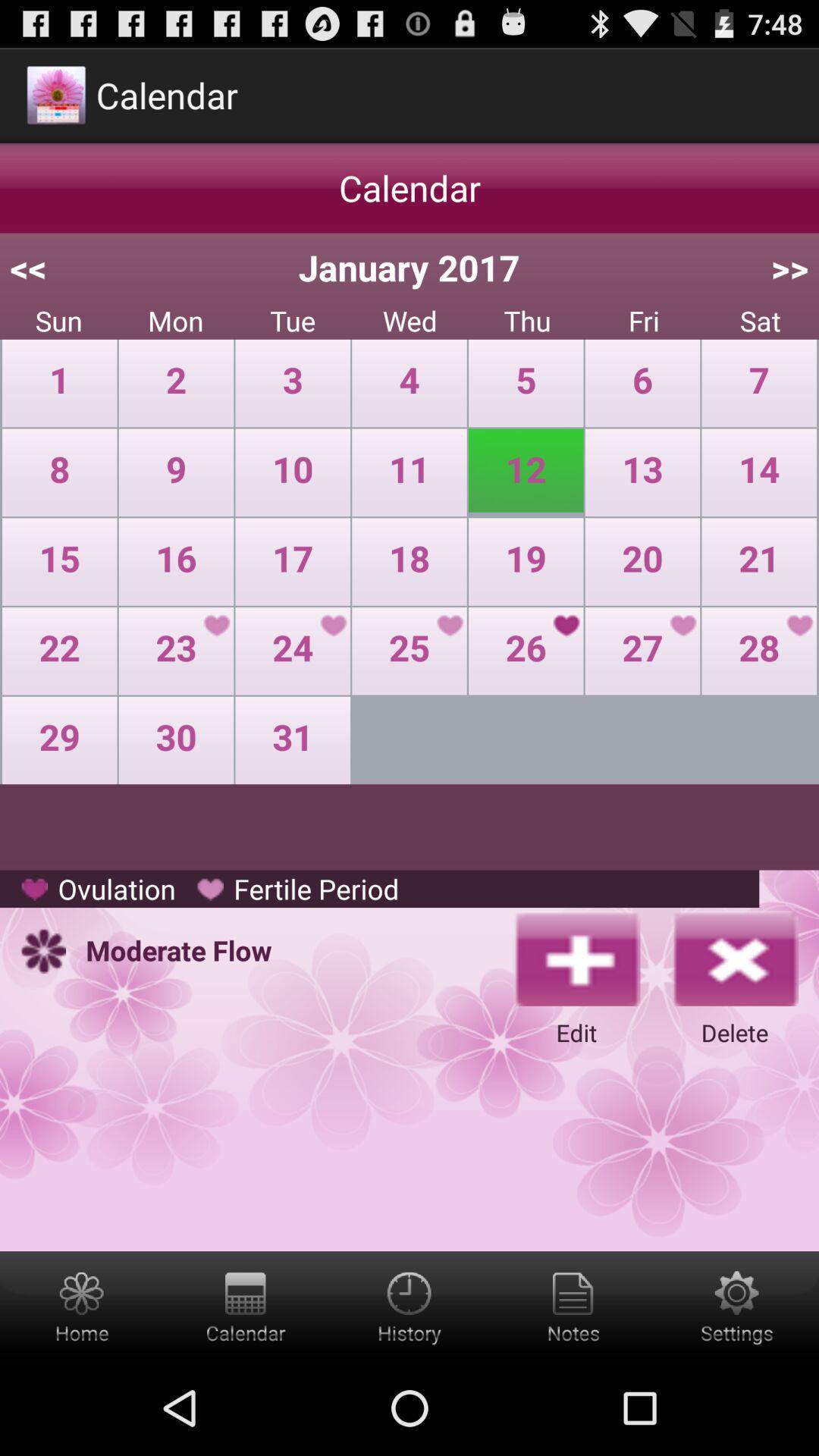 Image resolution: width=819 pixels, height=1456 pixels. Describe the element at coordinates (573, 1305) in the screenshot. I see `notes here` at that location.